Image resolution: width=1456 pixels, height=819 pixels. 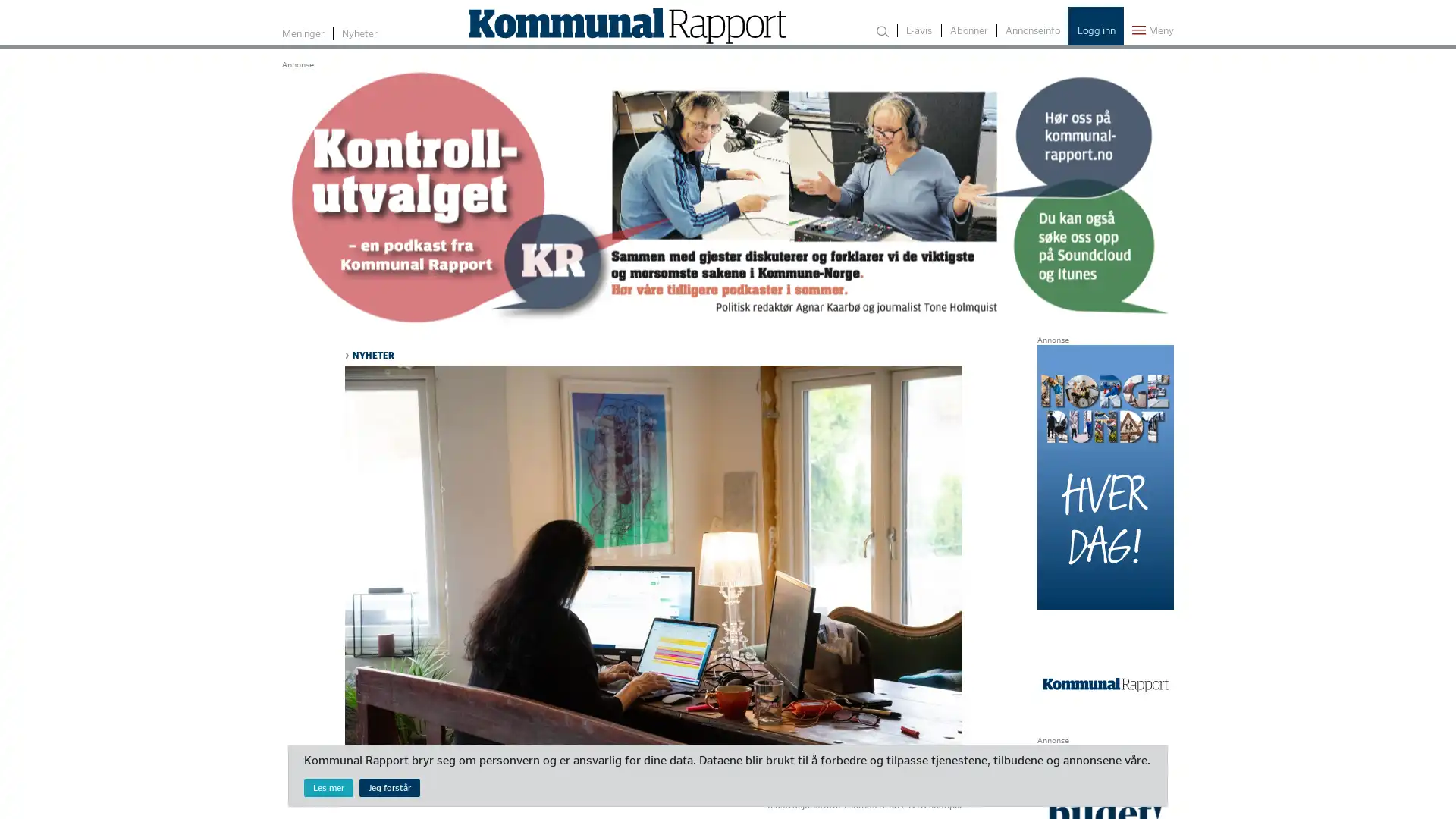 I want to click on Meny, so click(x=1147, y=32).